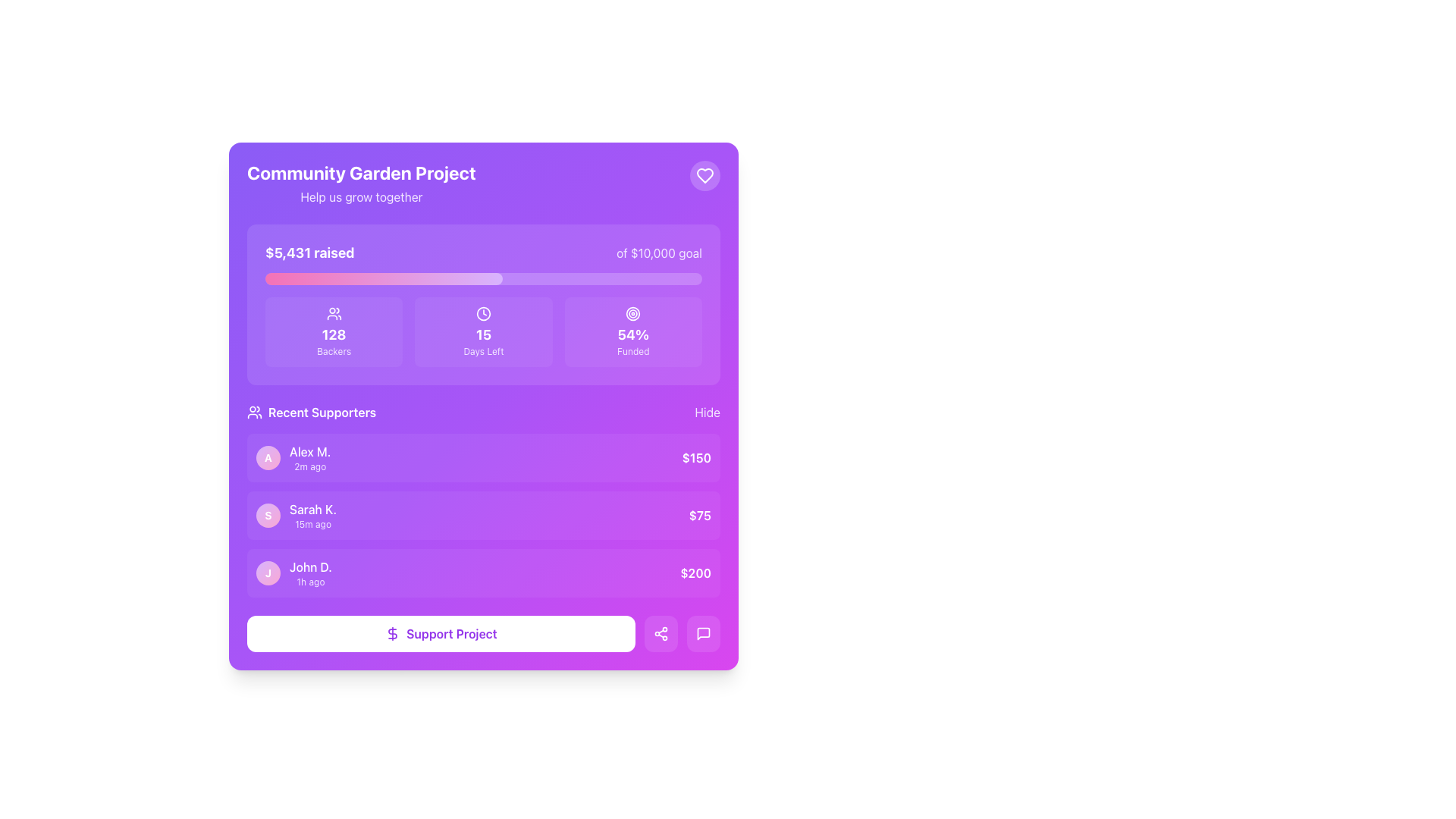 This screenshot has height=819, width=1456. What do you see at coordinates (440, 634) in the screenshot?
I see `the support button located at the bottom of the purple-themed interface` at bounding box center [440, 634].